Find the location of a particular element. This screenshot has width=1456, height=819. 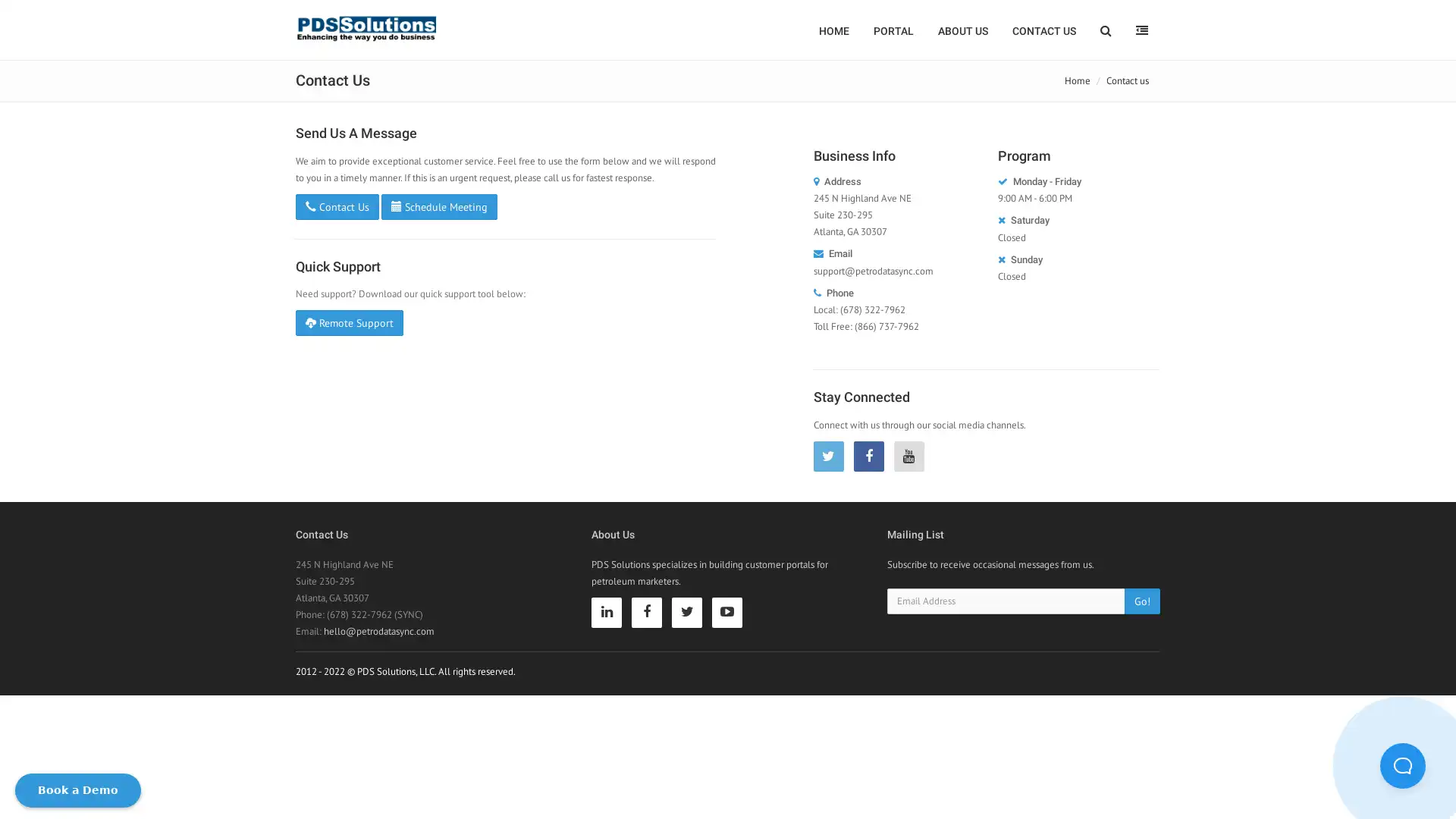

Go! is located at coordinates (1142, 599).